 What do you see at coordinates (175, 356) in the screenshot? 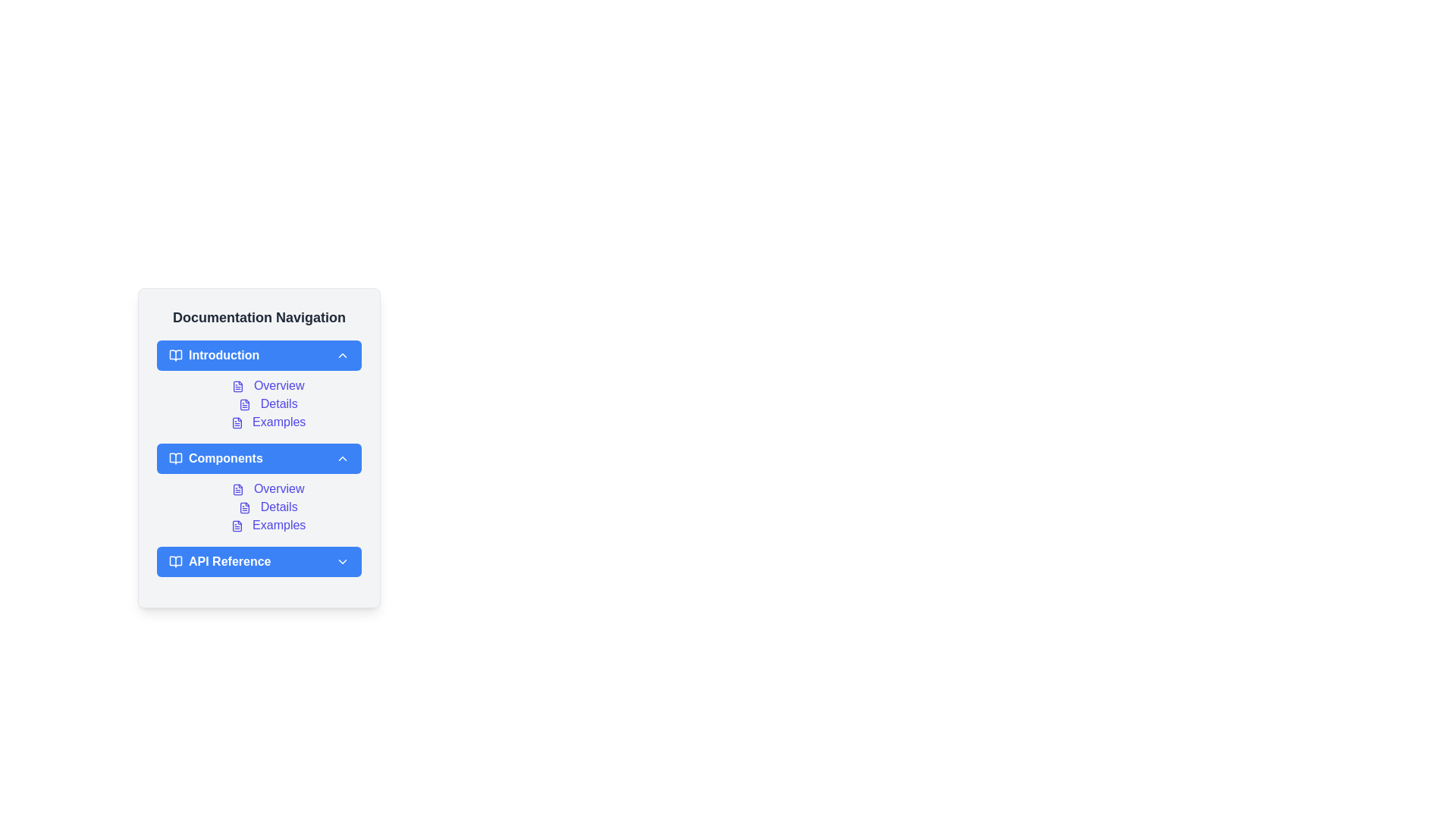
I see `the 'Introduction' icon in the Documentation Navigation vertical menu, which serves as a visual indicator for the Introduction section` at bounding box center [175, 356].